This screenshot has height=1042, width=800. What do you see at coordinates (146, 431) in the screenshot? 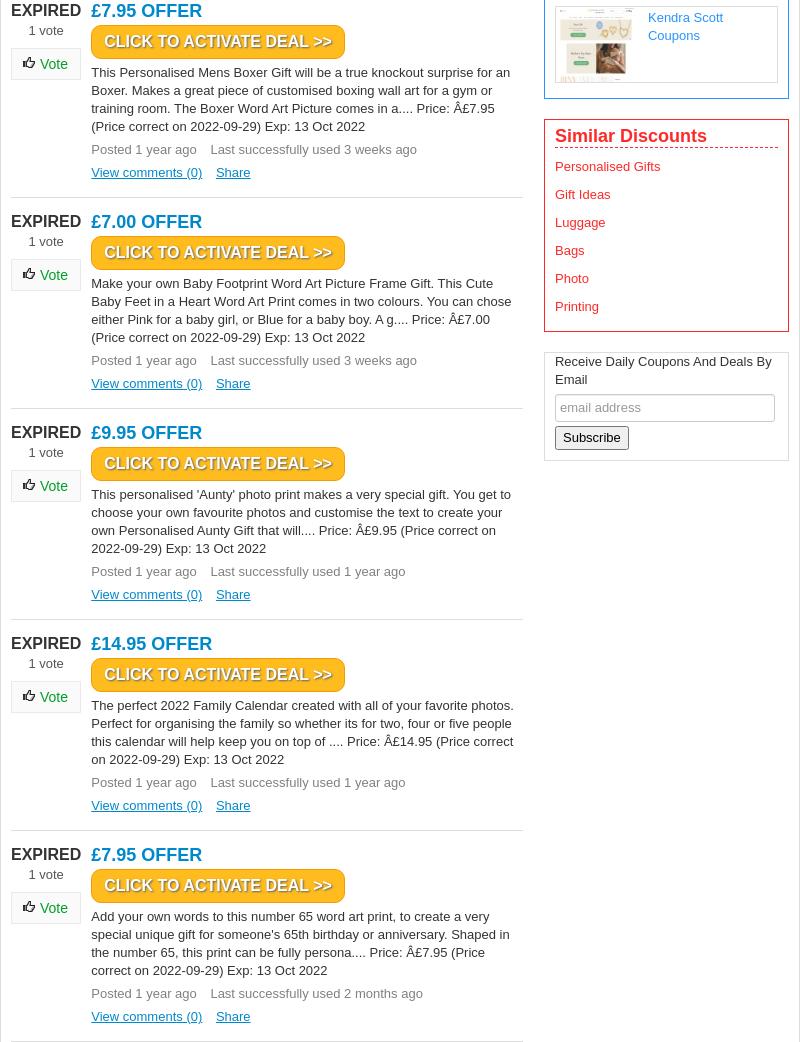
I see `'£9.95 OFFER'` at bounding box center [146, 431].